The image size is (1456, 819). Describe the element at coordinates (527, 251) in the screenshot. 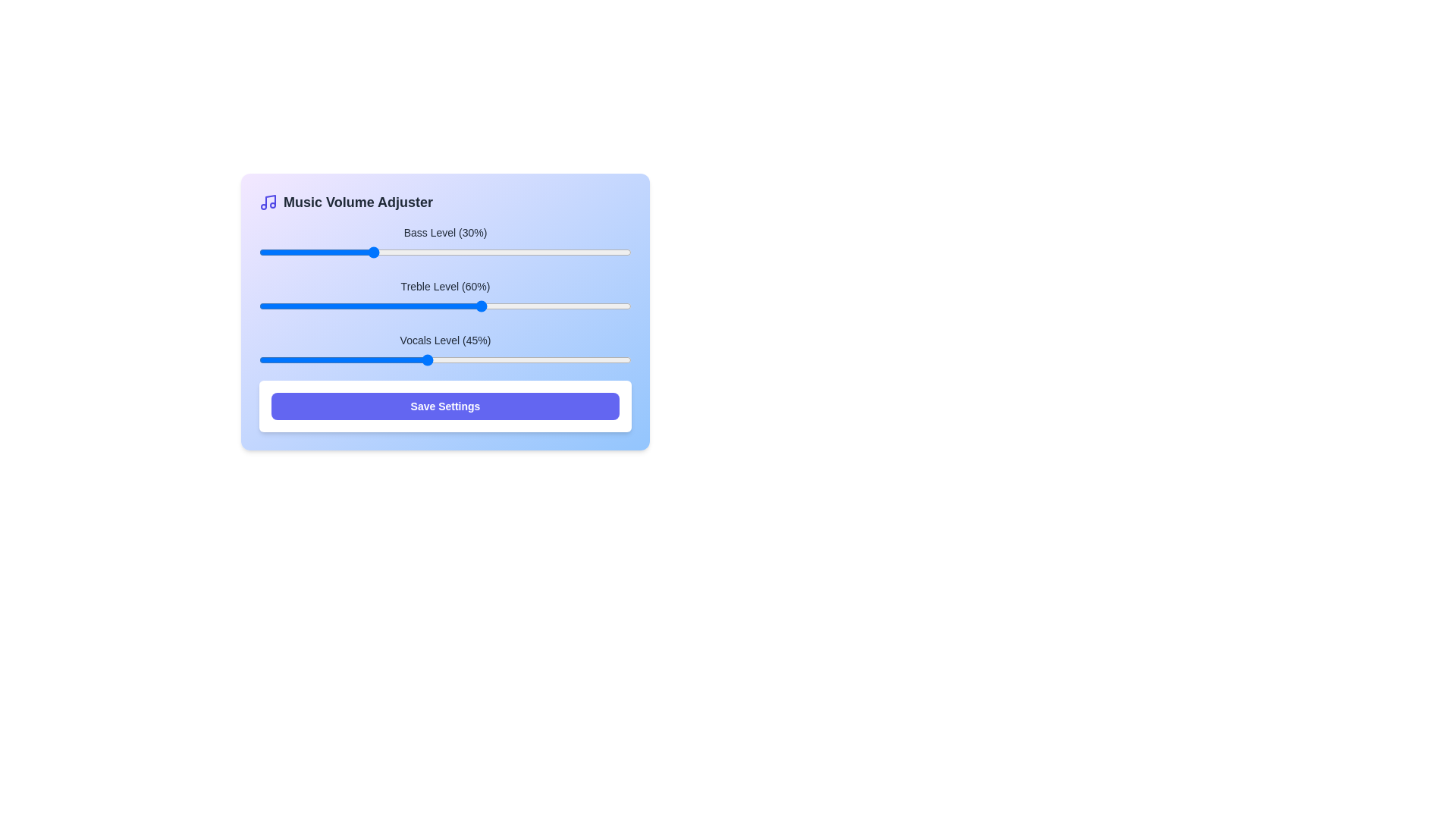

I see `the bass level` at that location.